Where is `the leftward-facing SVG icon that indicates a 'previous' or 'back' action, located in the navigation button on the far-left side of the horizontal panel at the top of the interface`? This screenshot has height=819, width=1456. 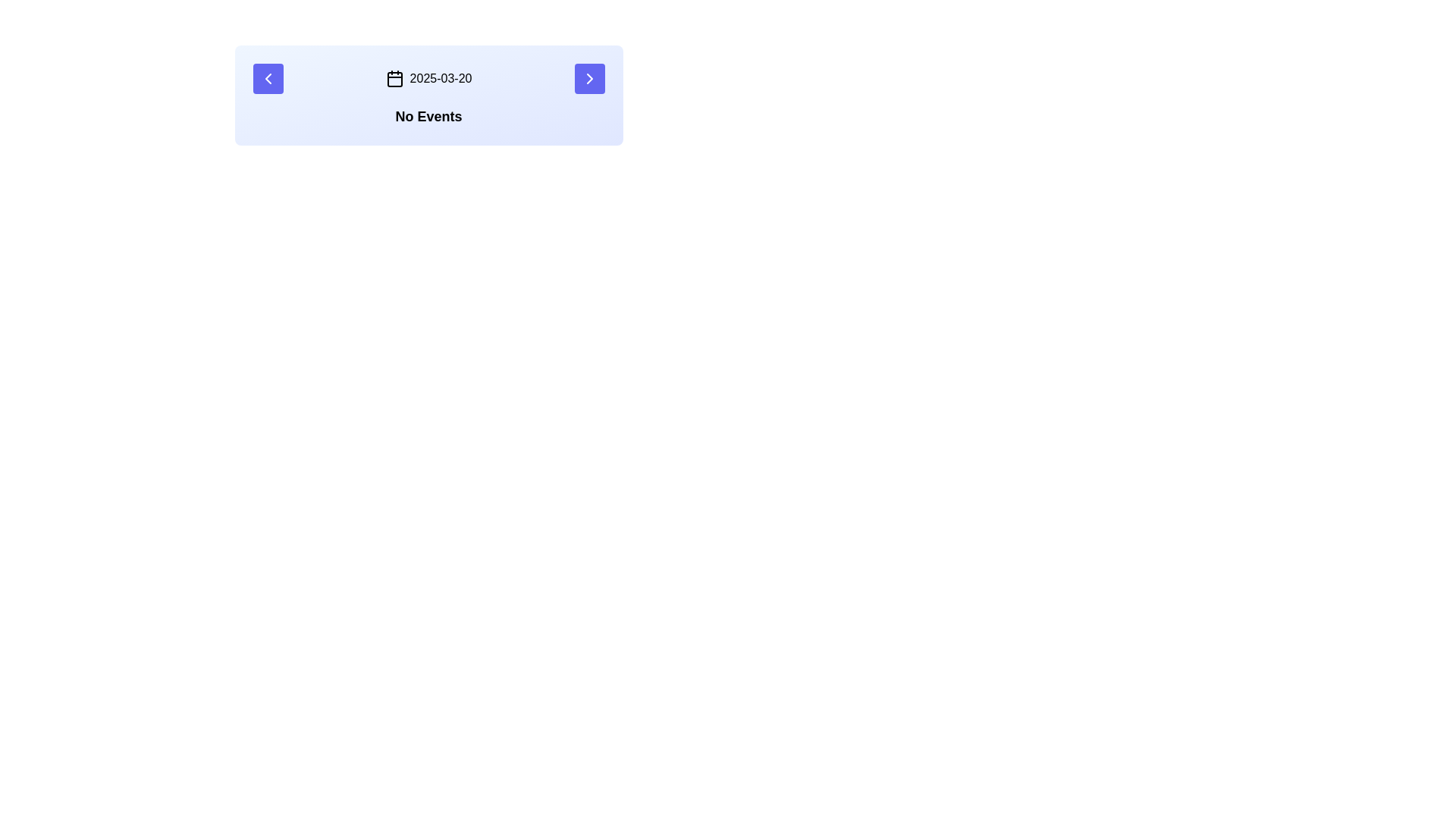
the leftward-facing SVG icon that indicates a 'previous' or 'back' action, located in the navigation button on the far-left side of the horizontal panel at the top of the interface is located at coordinates (268, 79).